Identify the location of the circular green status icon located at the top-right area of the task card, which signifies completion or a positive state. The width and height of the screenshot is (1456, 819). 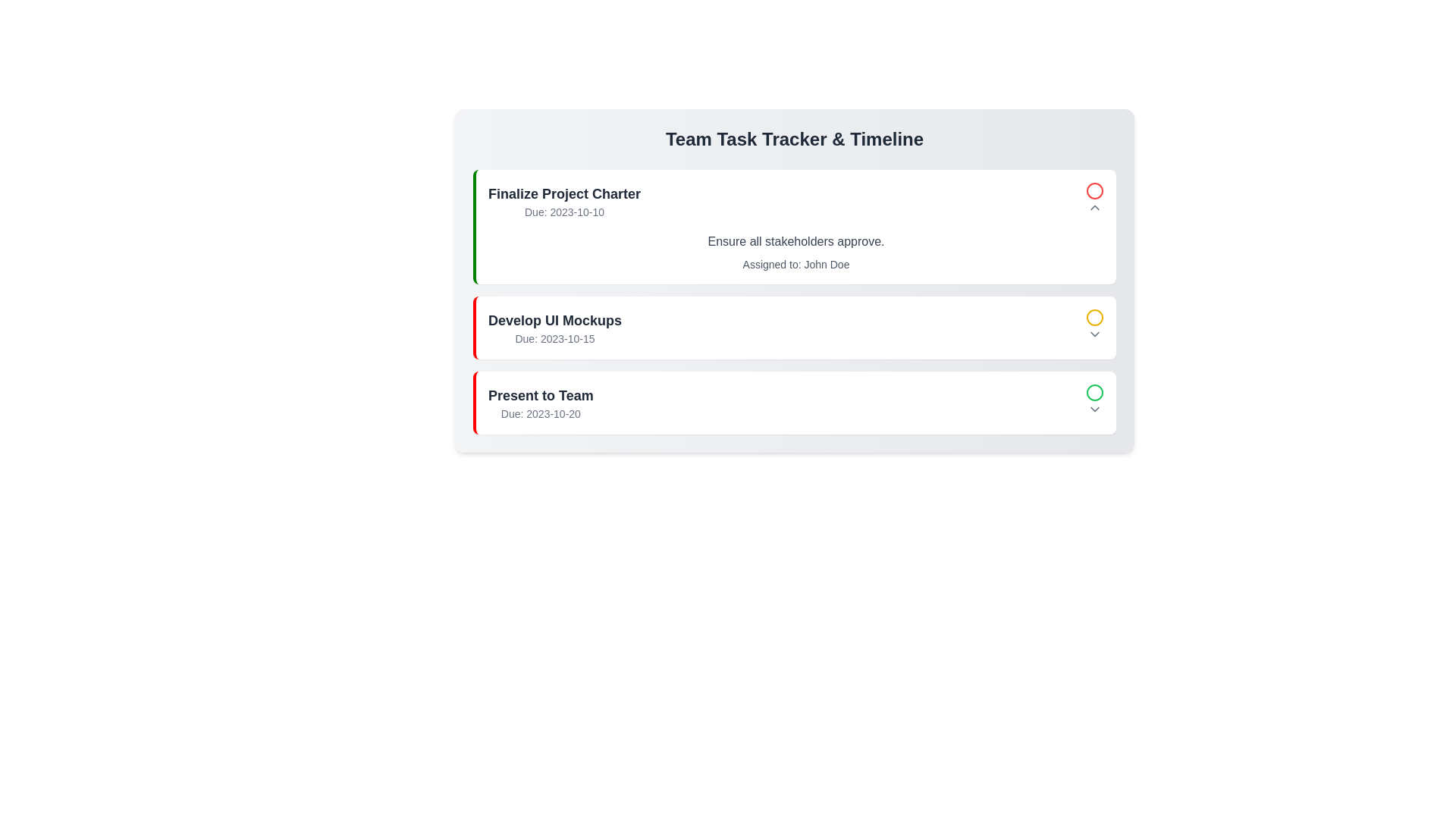
(1095, 391).